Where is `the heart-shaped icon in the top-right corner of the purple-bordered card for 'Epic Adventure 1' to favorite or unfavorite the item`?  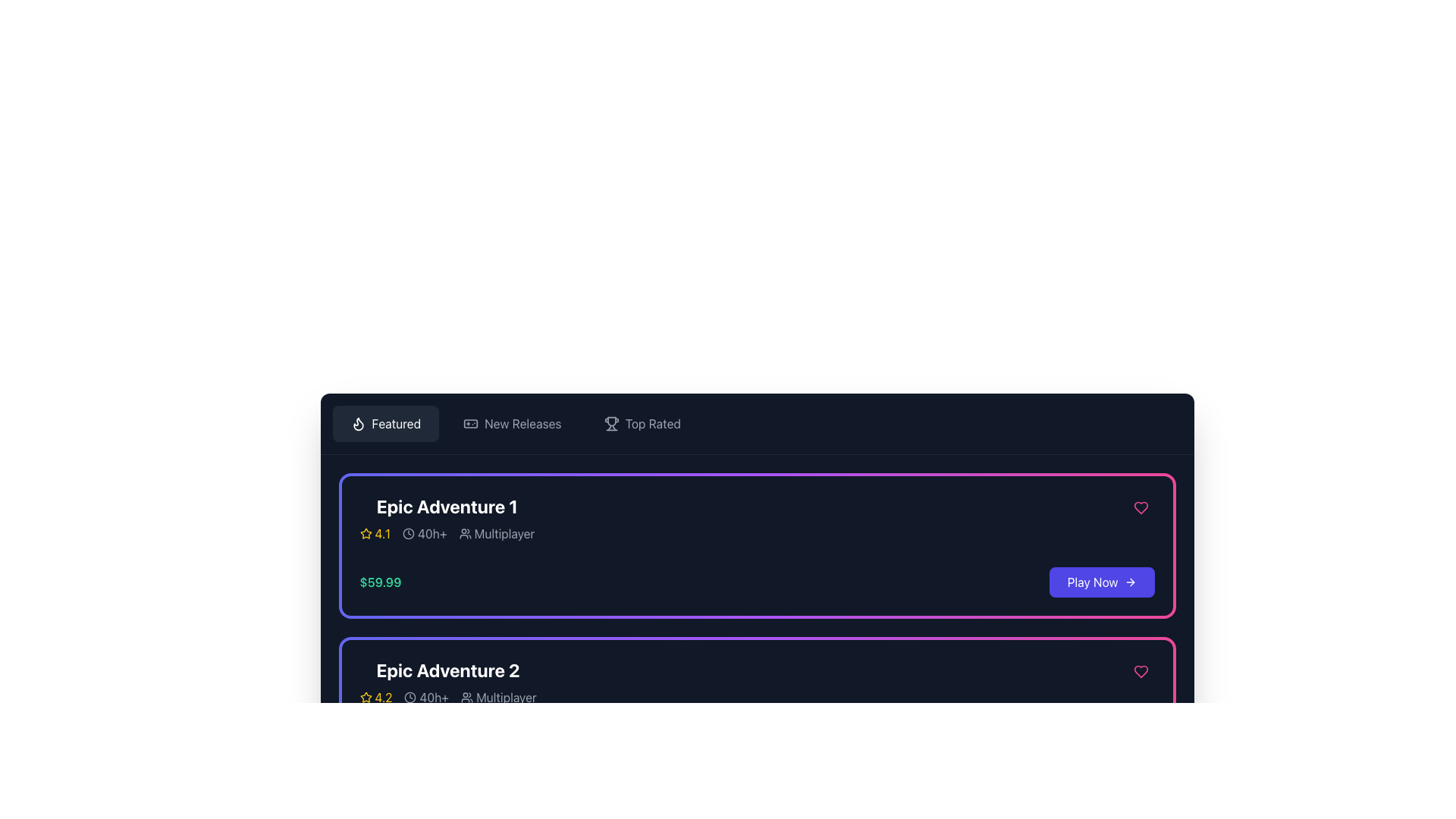 the heart-shaped icon in the top-right corner of the purple-bordered card for 'Epic Adventure 1' to favorite or unfavorite the item is located at coordinates (1141, 508).